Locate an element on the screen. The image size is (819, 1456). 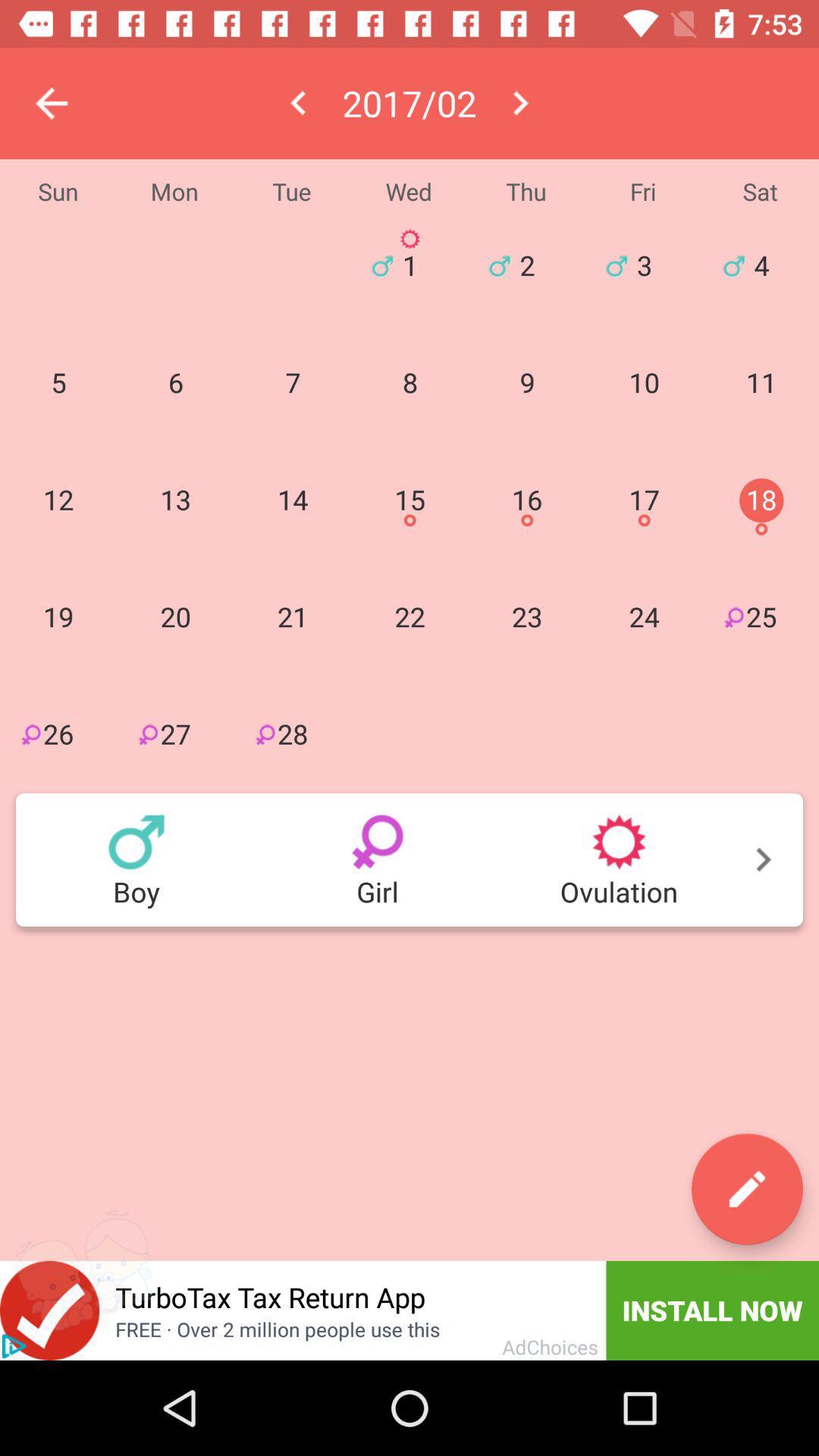
the left arrow on top left corner is located at coordinates (51, 102).